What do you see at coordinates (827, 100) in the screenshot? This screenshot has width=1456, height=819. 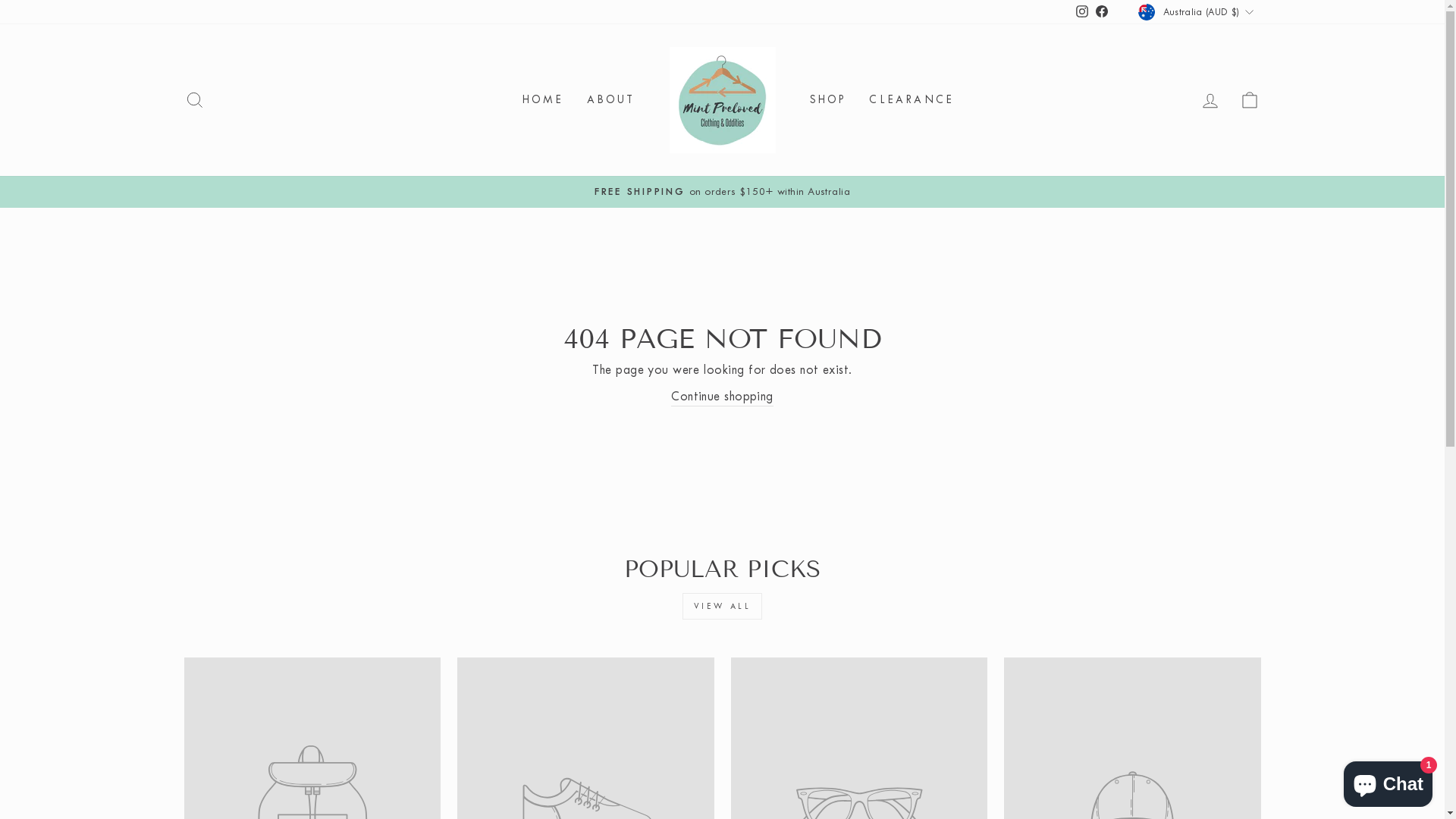 I see `'SHOP'` at bounding box center [827, 100].